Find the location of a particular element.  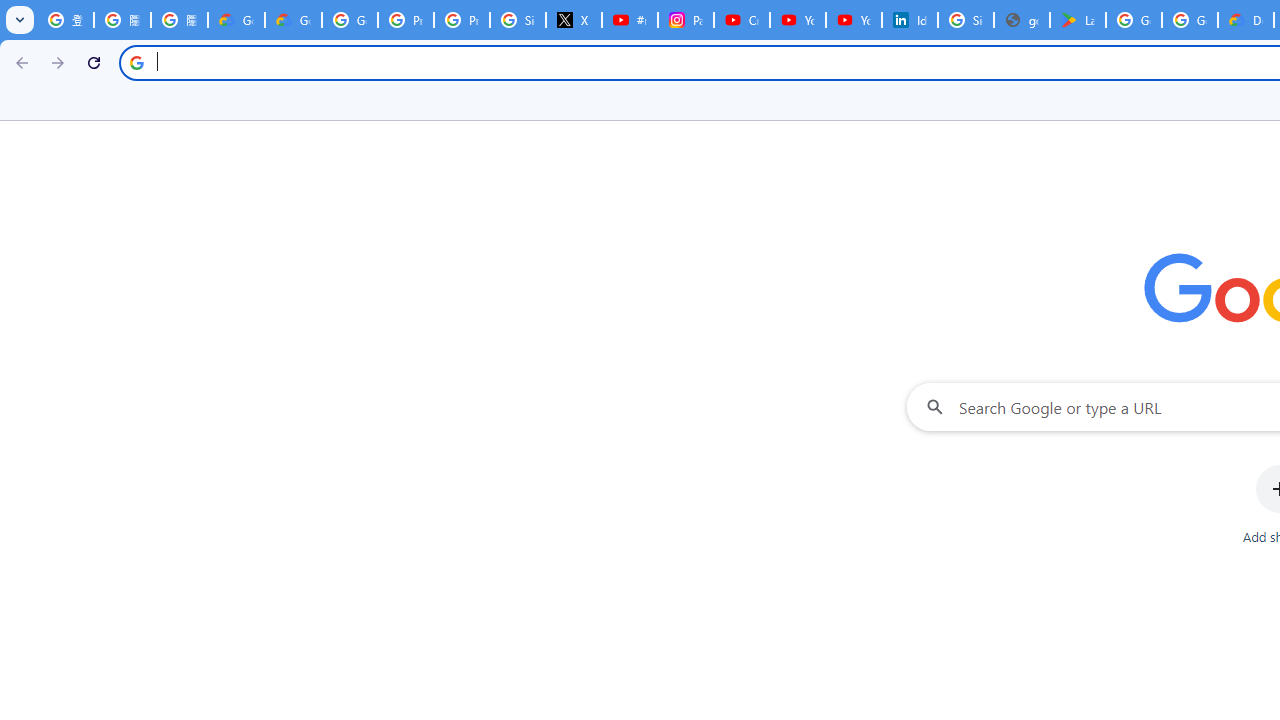

'Last Shelter: Survival - Apps on Google Play' is located at coordinates (1076, 20).